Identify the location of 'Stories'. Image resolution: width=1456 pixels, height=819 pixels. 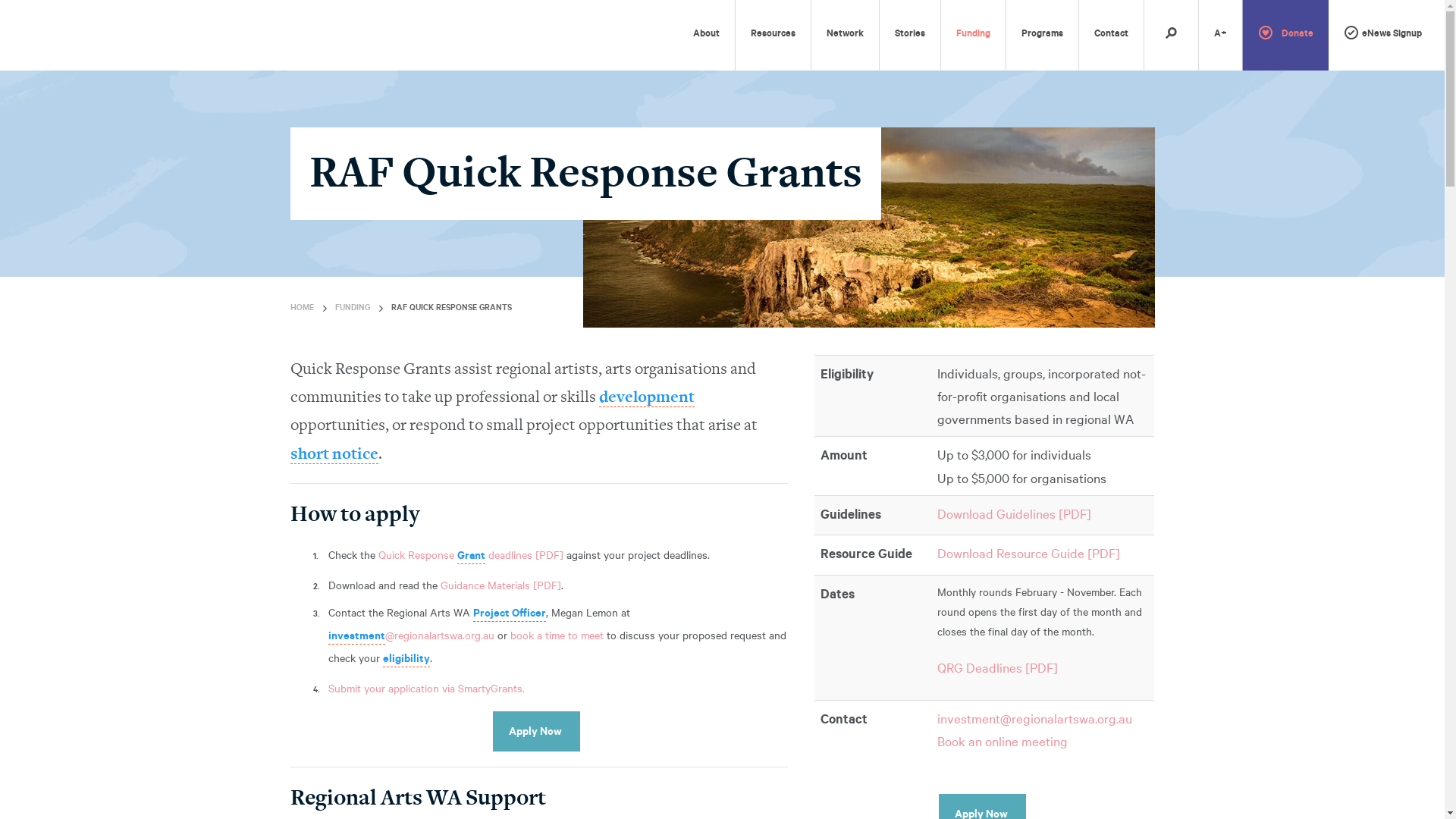
(910, 34).